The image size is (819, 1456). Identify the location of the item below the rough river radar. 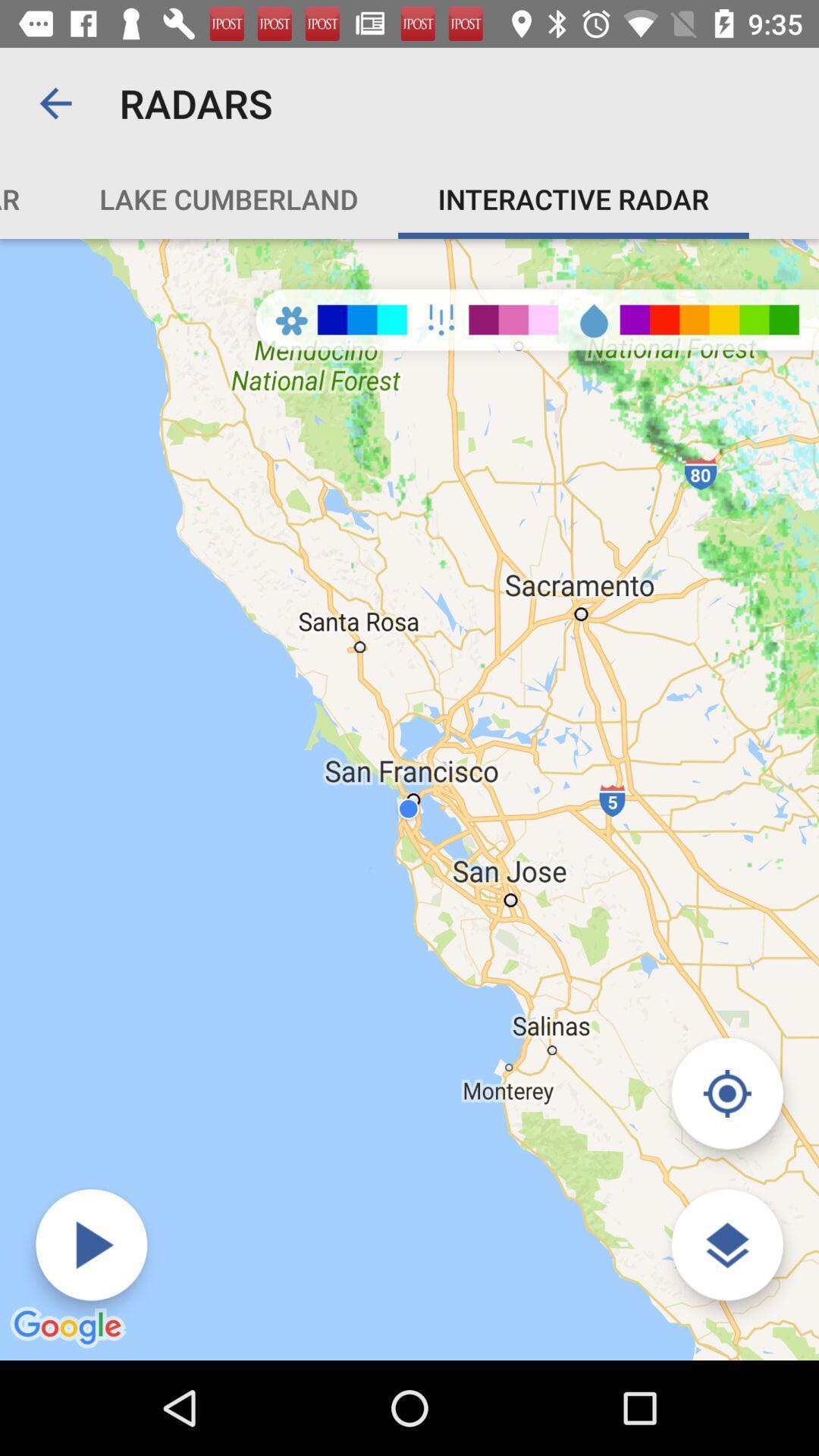
(409, 799).